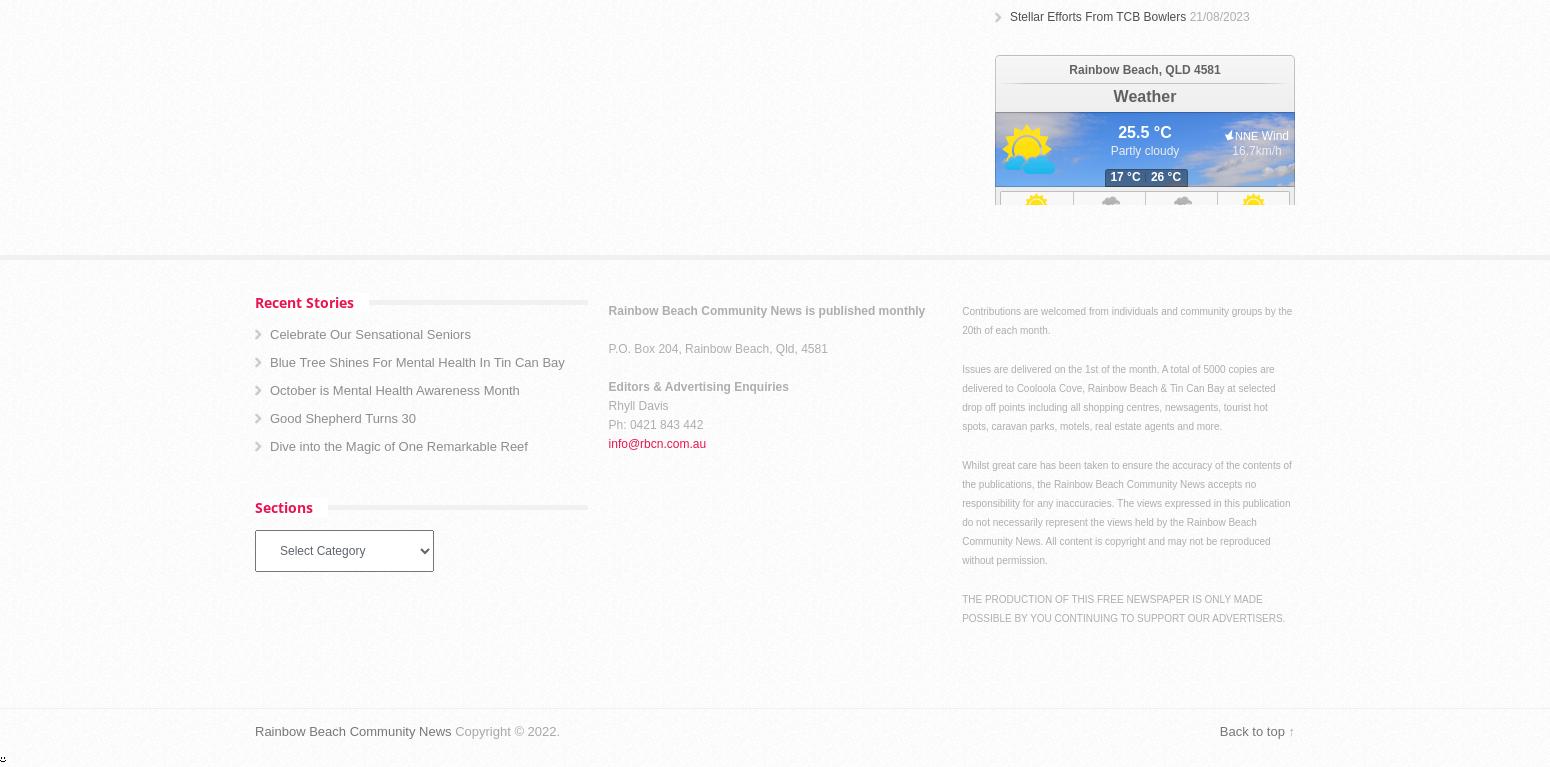  What do you see at coordinates (696, 386) in the screenshot?
I see `'Editors & Advertising Enquiries'` at bounding box center [696, 386].